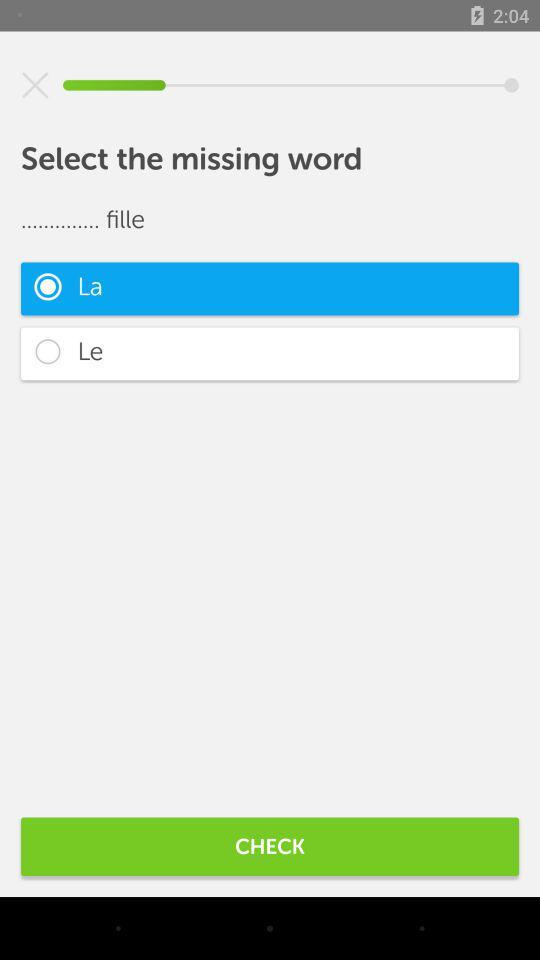 The image size is (540, 960). Describe the element at coordinates (270, 287) in the screenshot. I see `item above le item` at that location.